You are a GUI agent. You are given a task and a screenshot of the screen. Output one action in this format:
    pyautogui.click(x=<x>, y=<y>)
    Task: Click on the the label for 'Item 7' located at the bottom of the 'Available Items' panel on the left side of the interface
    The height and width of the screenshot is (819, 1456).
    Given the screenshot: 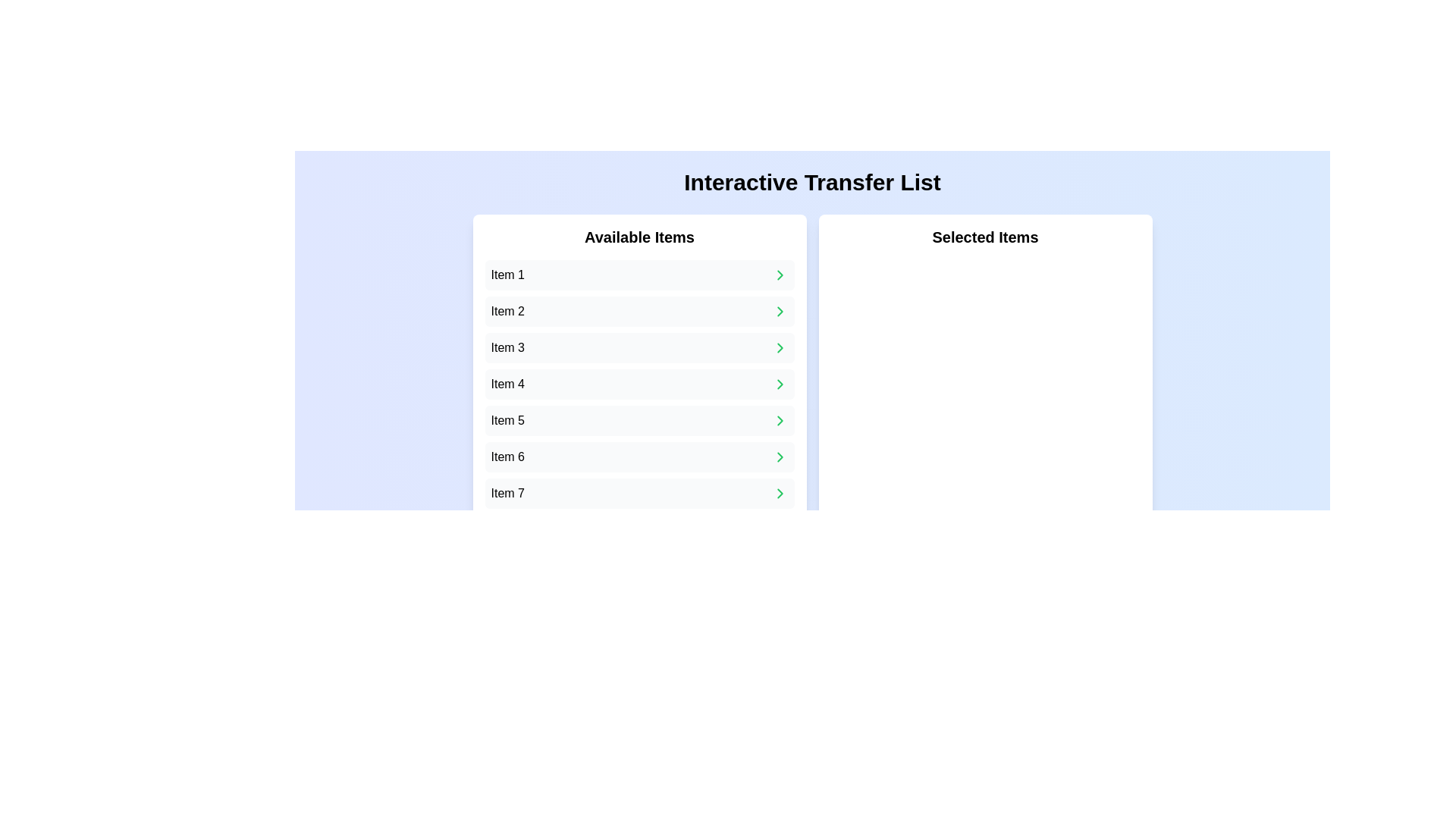 What is the action you would take?
    pyautogui.click(x=507, y=494)
    